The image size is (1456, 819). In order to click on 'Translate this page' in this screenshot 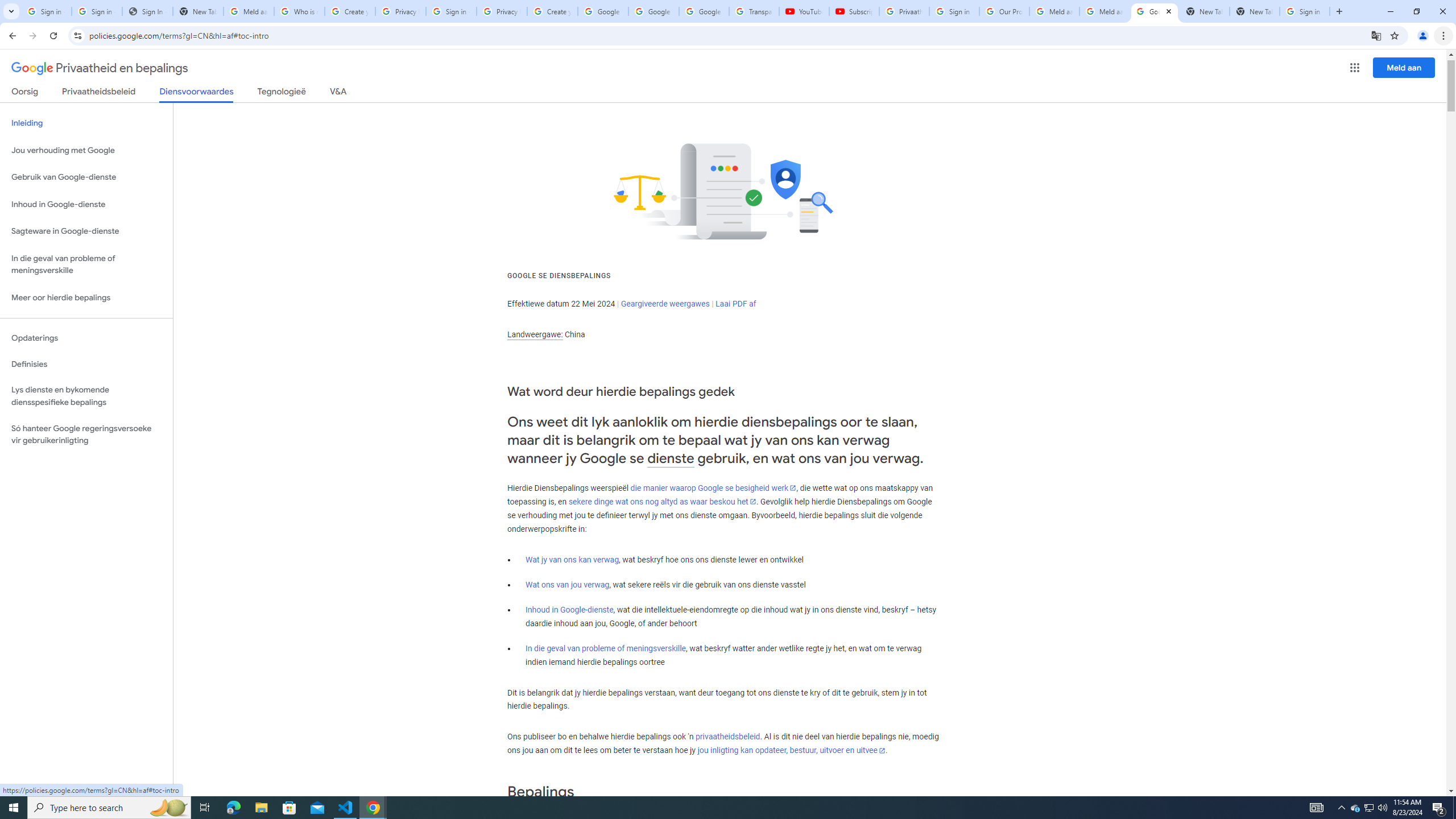, I will do `click(1376, 35)`.